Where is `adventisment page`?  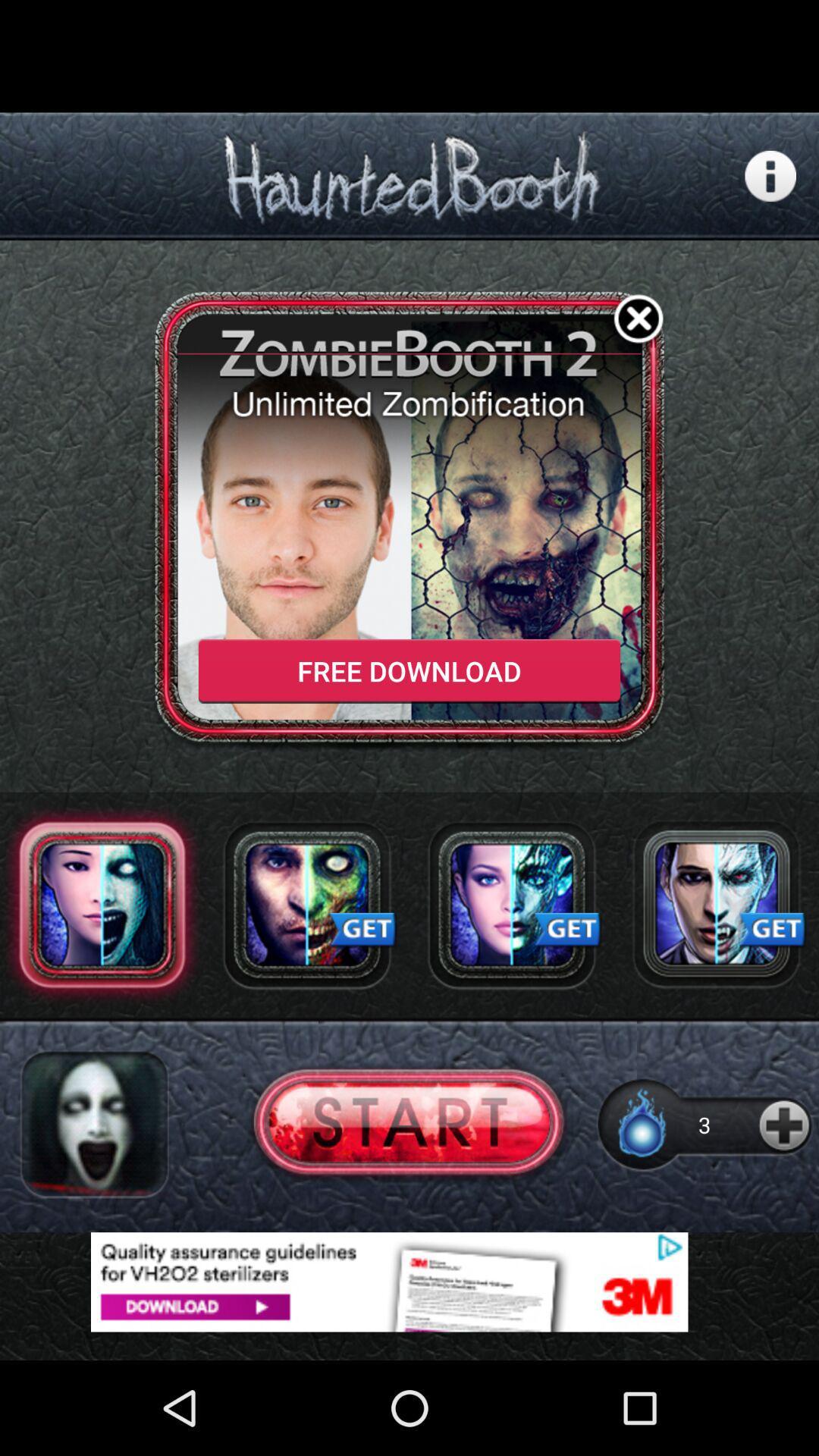 adventisment page is located at coordinates (409, 1281).